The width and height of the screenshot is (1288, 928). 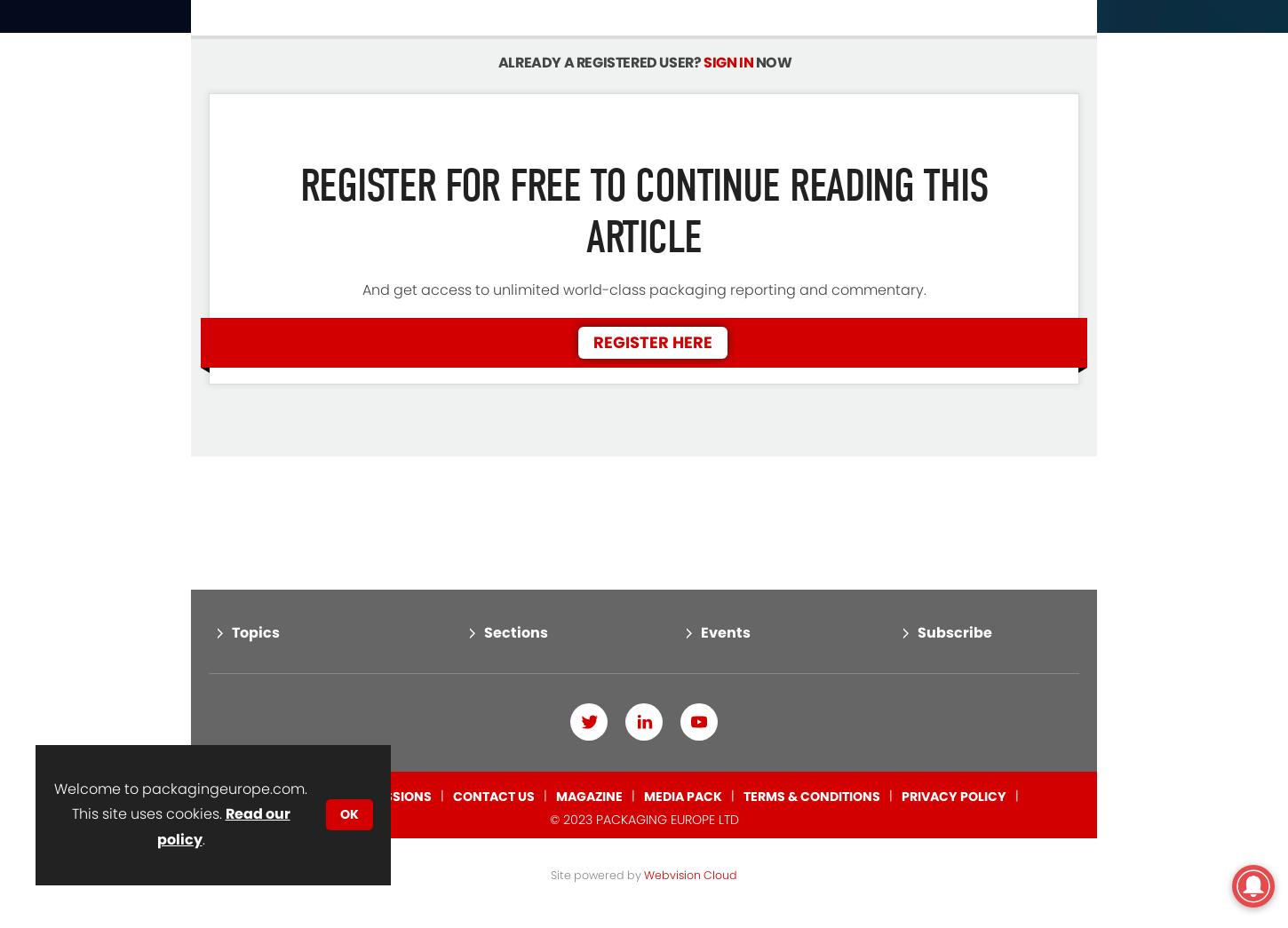 I want to click on 'Topics', so click(x=255, y=558).